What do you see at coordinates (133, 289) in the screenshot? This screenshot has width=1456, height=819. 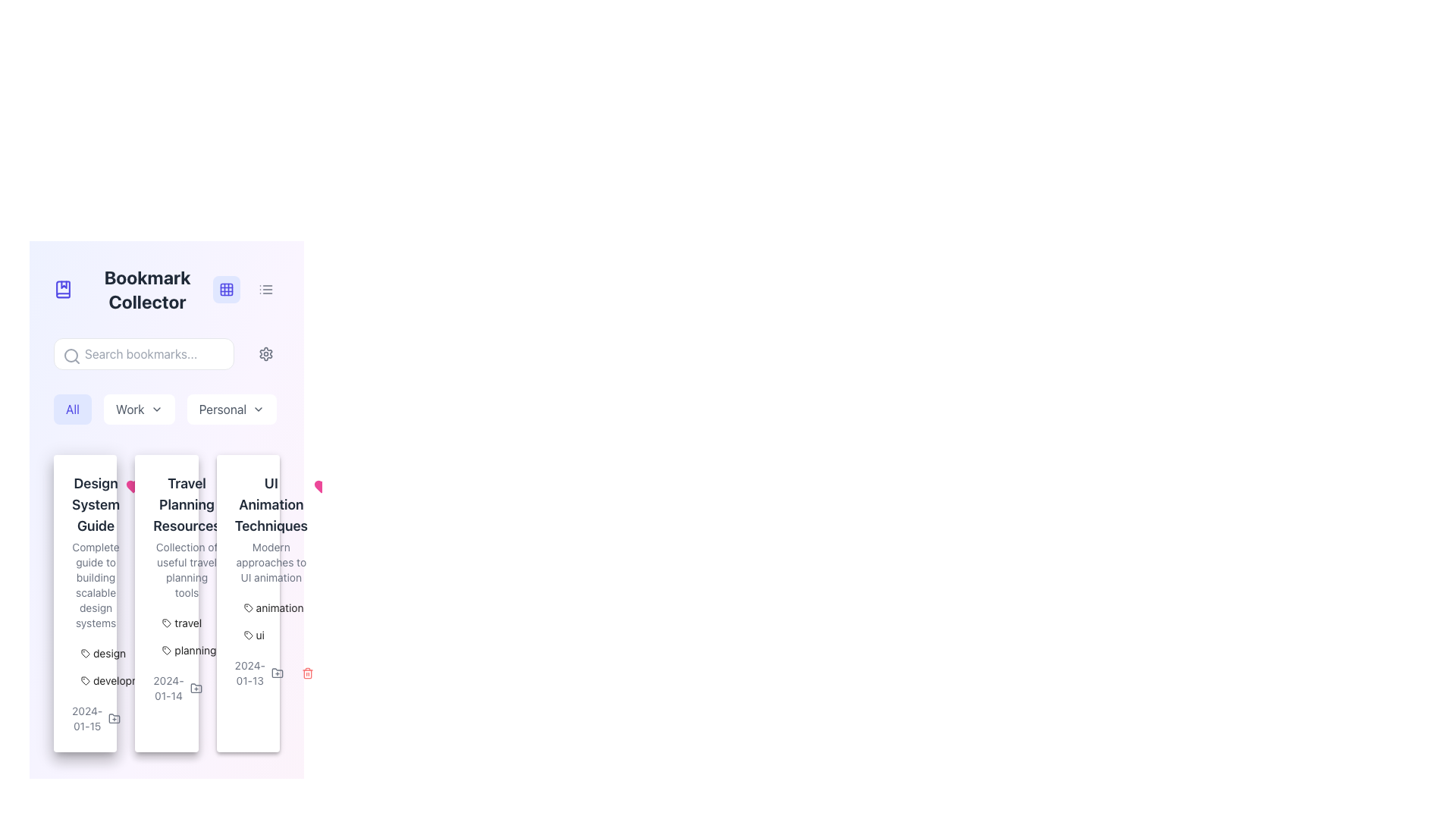 I see `the Header or title bar that features a blue open bookmark icon on the left and the text 'Bookmark Collector' in bold, large black font on the right` at bounding box center [133, 289].